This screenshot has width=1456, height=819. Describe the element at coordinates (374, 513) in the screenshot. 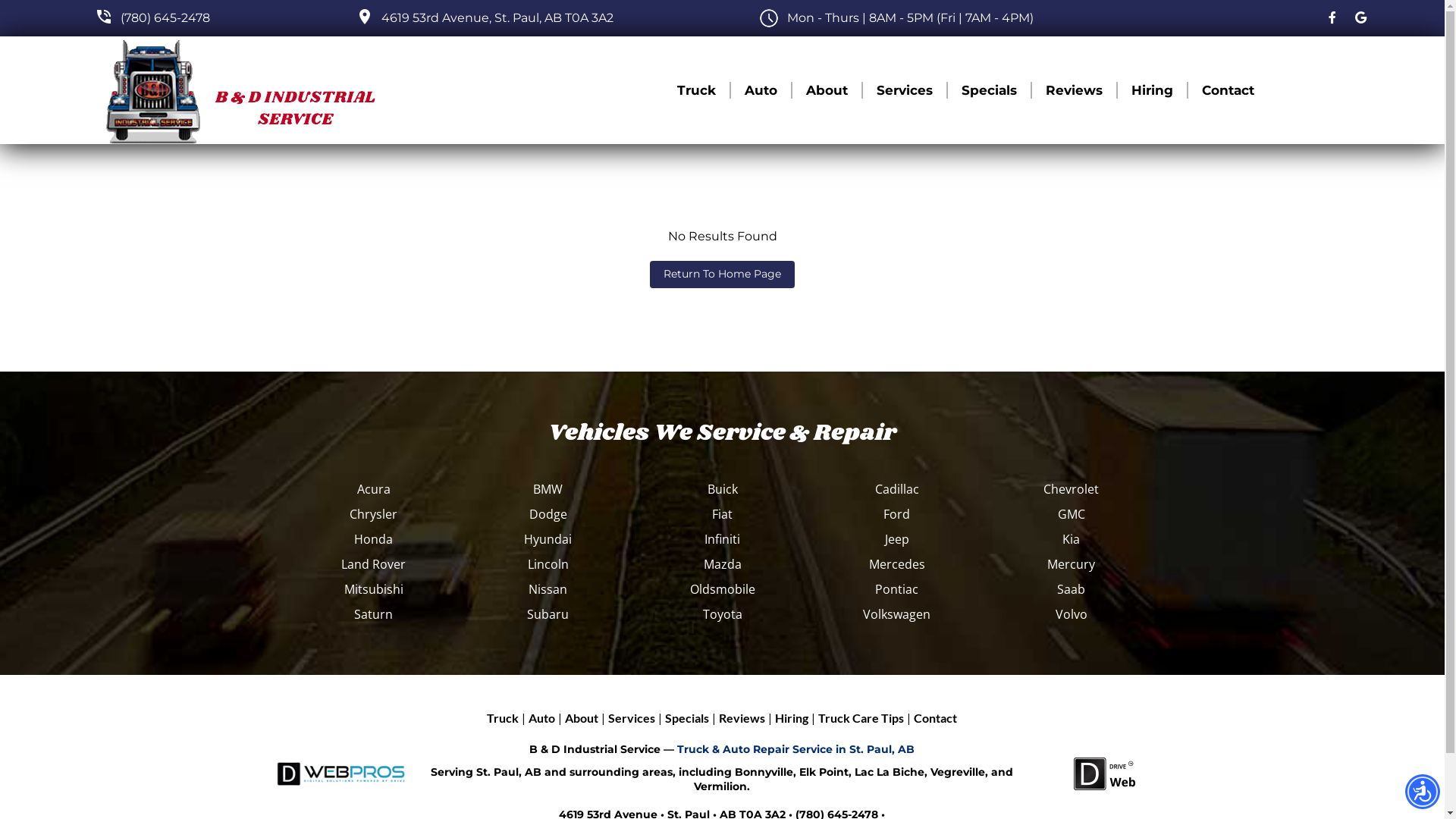

I see `'Chrysler'` at that location.